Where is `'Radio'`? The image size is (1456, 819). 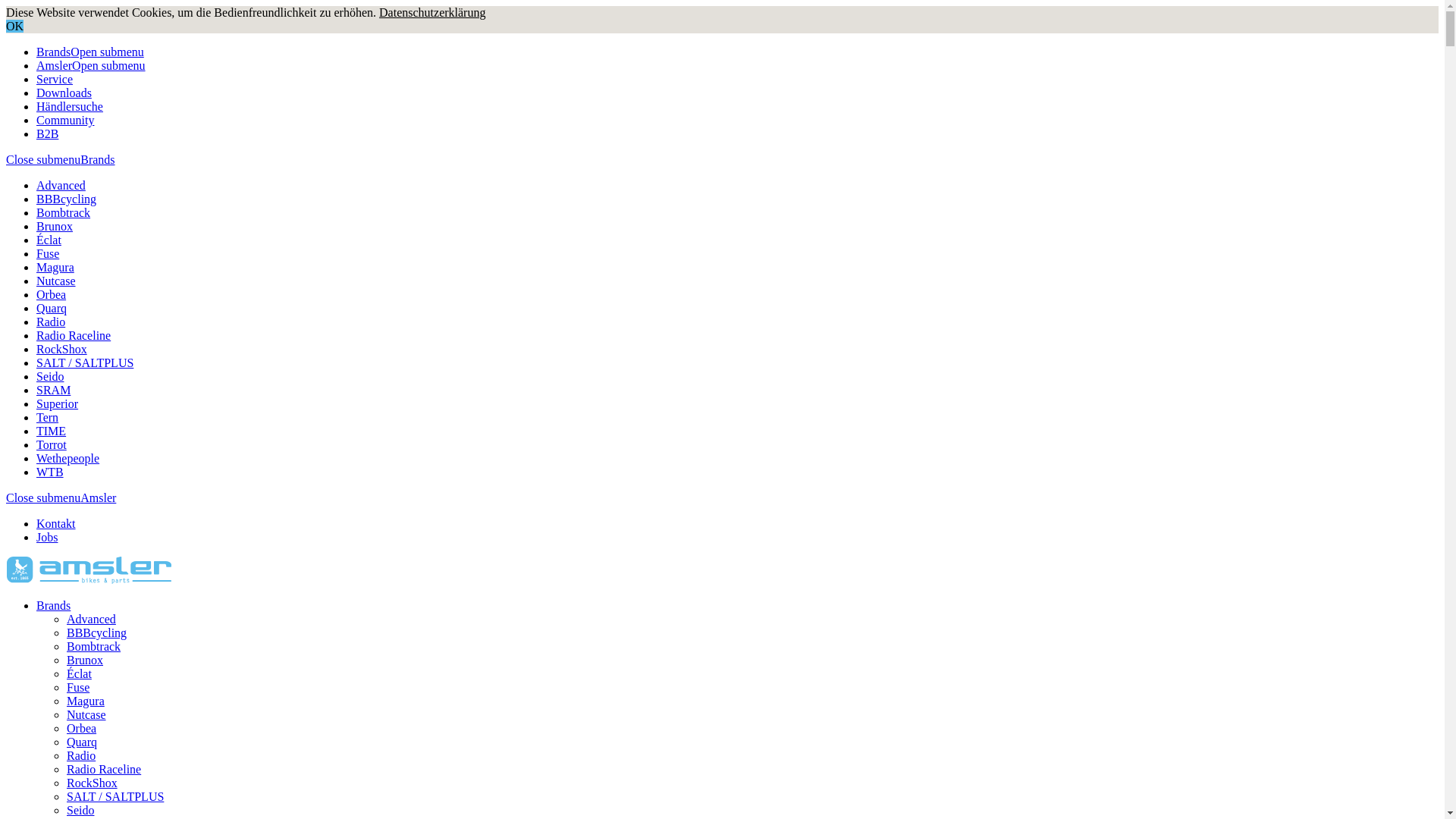 'Radio' is located at coordinates (65, 755).